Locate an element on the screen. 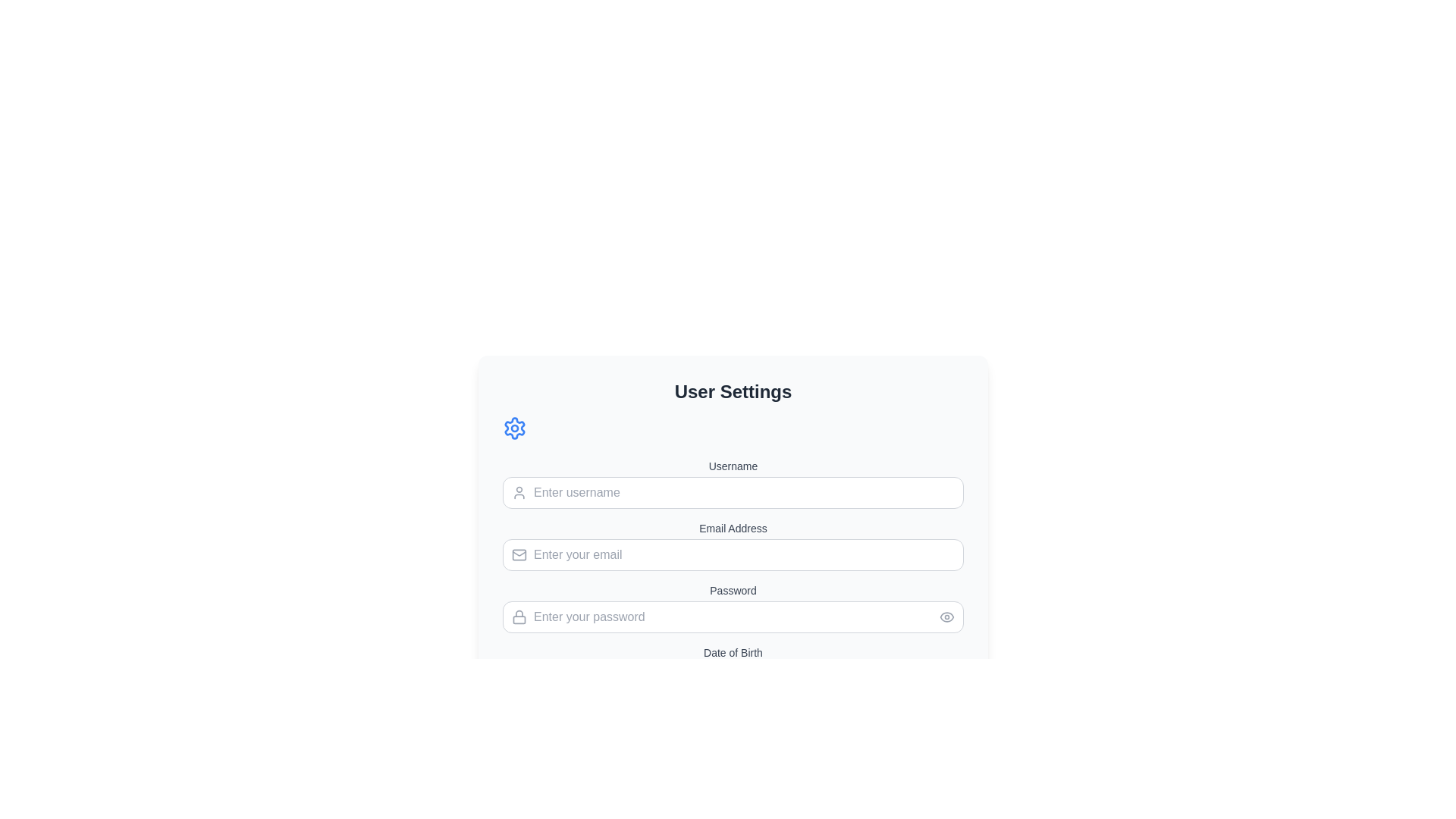  the Password input field to focus it, which allows users to enter their password in the obfuscated input area is located at coordinates (733, 617).